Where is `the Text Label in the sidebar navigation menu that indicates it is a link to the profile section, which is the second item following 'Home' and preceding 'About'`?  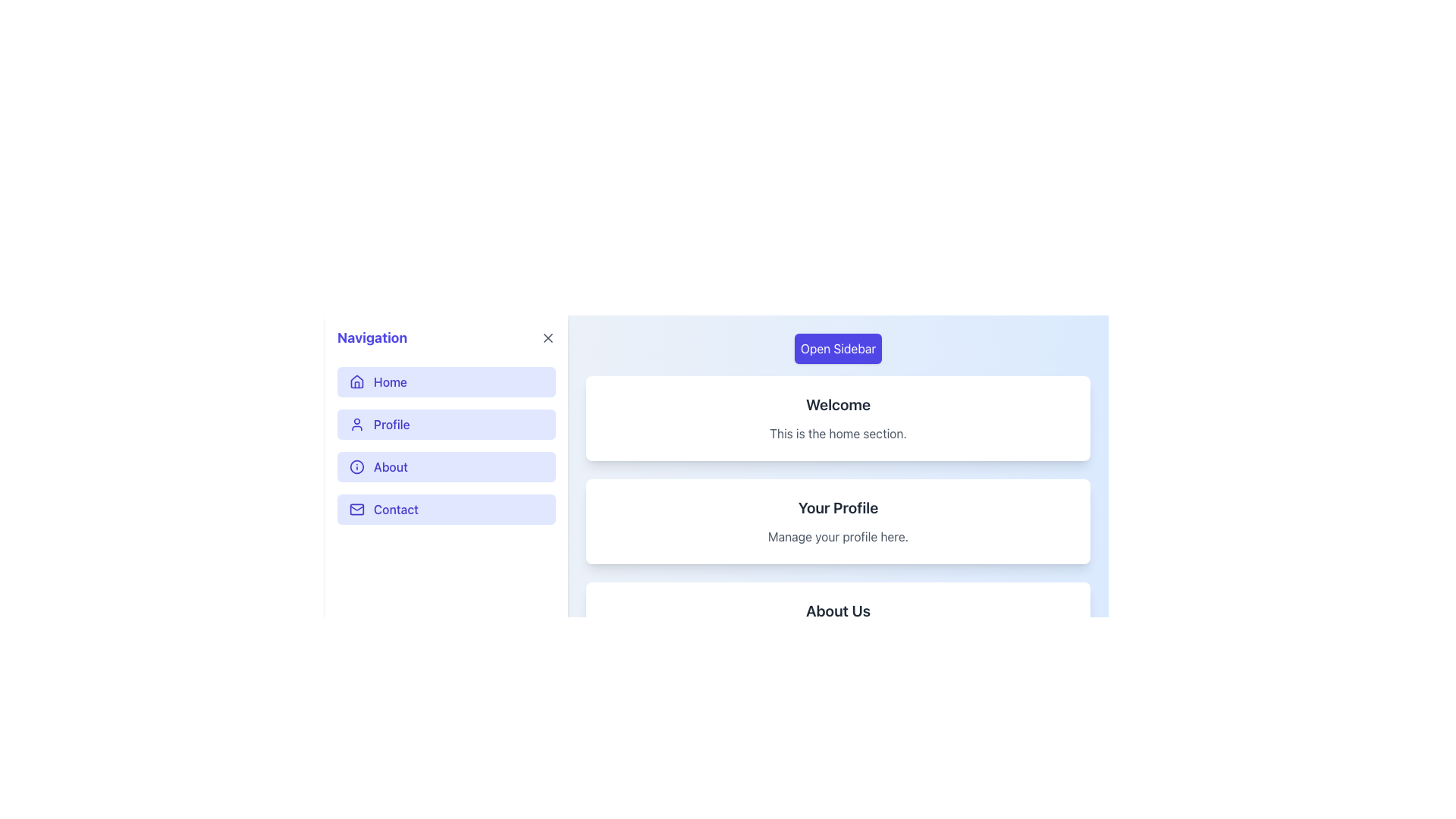 the Text Label in the sidebar navigation menu that indicates it is a link to the profile section, which is the second item following 'Home' and preceding 'About' is located at coordinates (391, 424).